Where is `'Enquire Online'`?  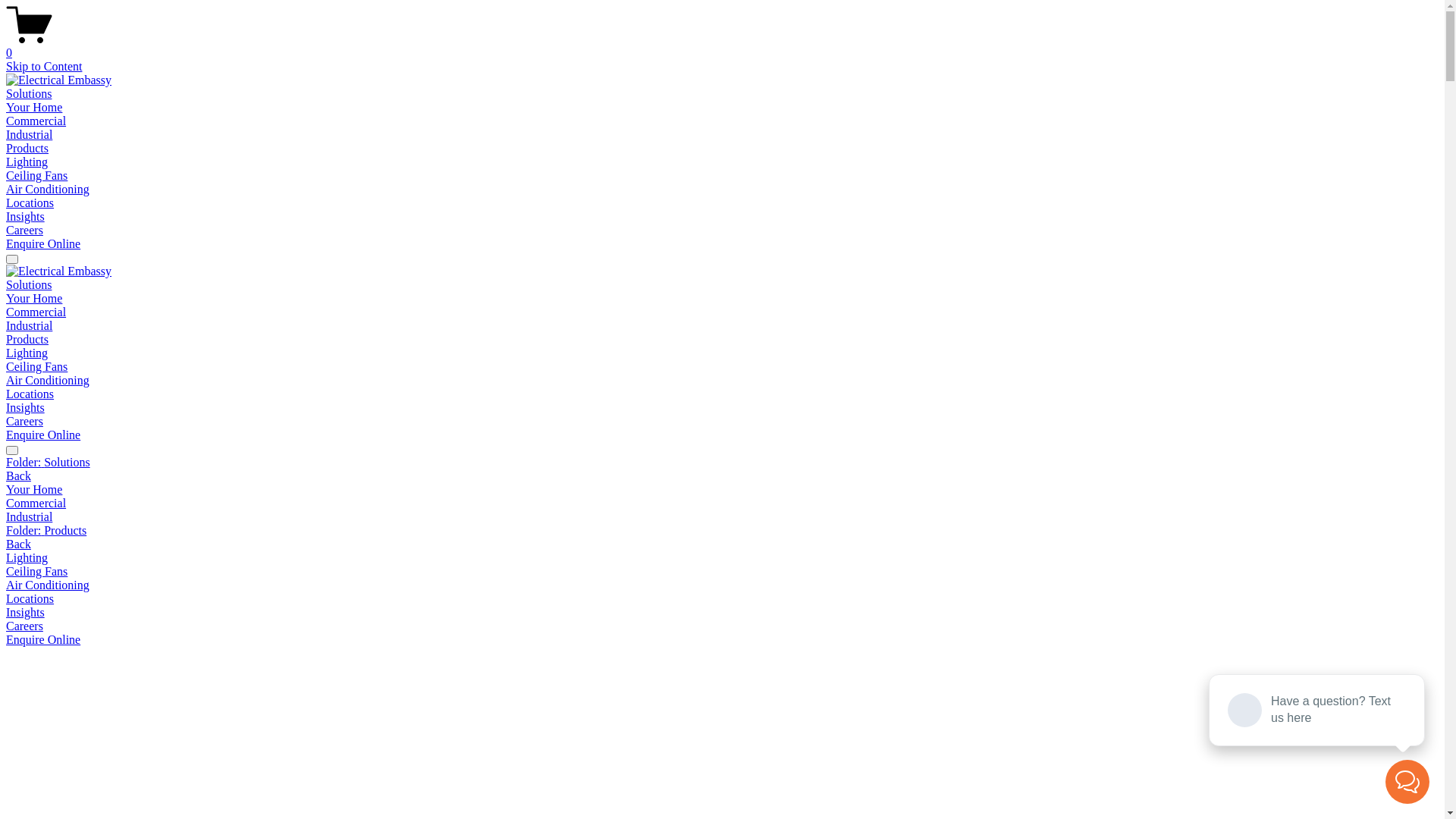 'Enquire Online' is located at coordinates (43, 243).